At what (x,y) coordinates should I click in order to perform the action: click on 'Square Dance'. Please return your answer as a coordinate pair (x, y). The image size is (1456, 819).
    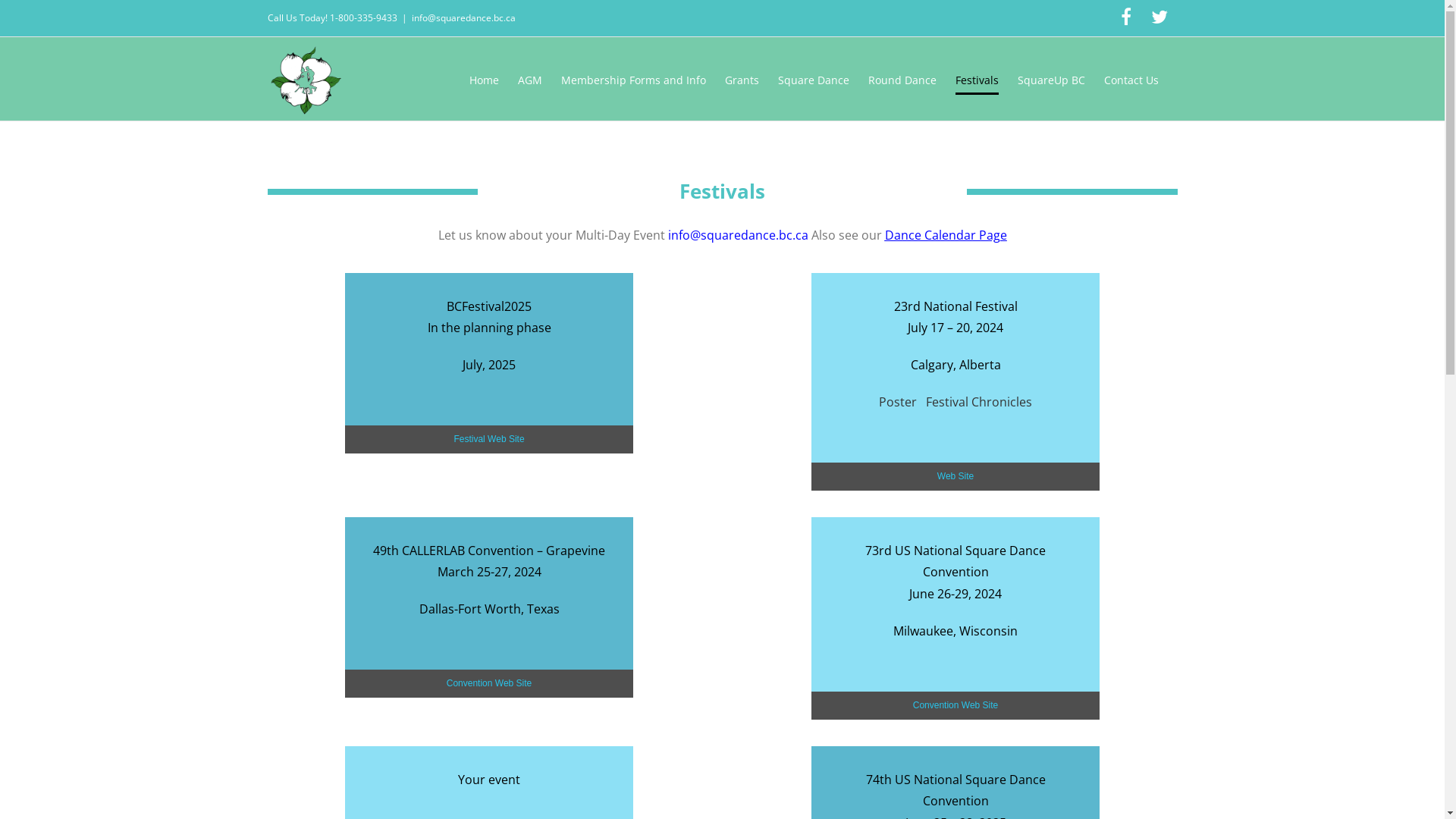
    Looking at the image, I should click on (813, 80).